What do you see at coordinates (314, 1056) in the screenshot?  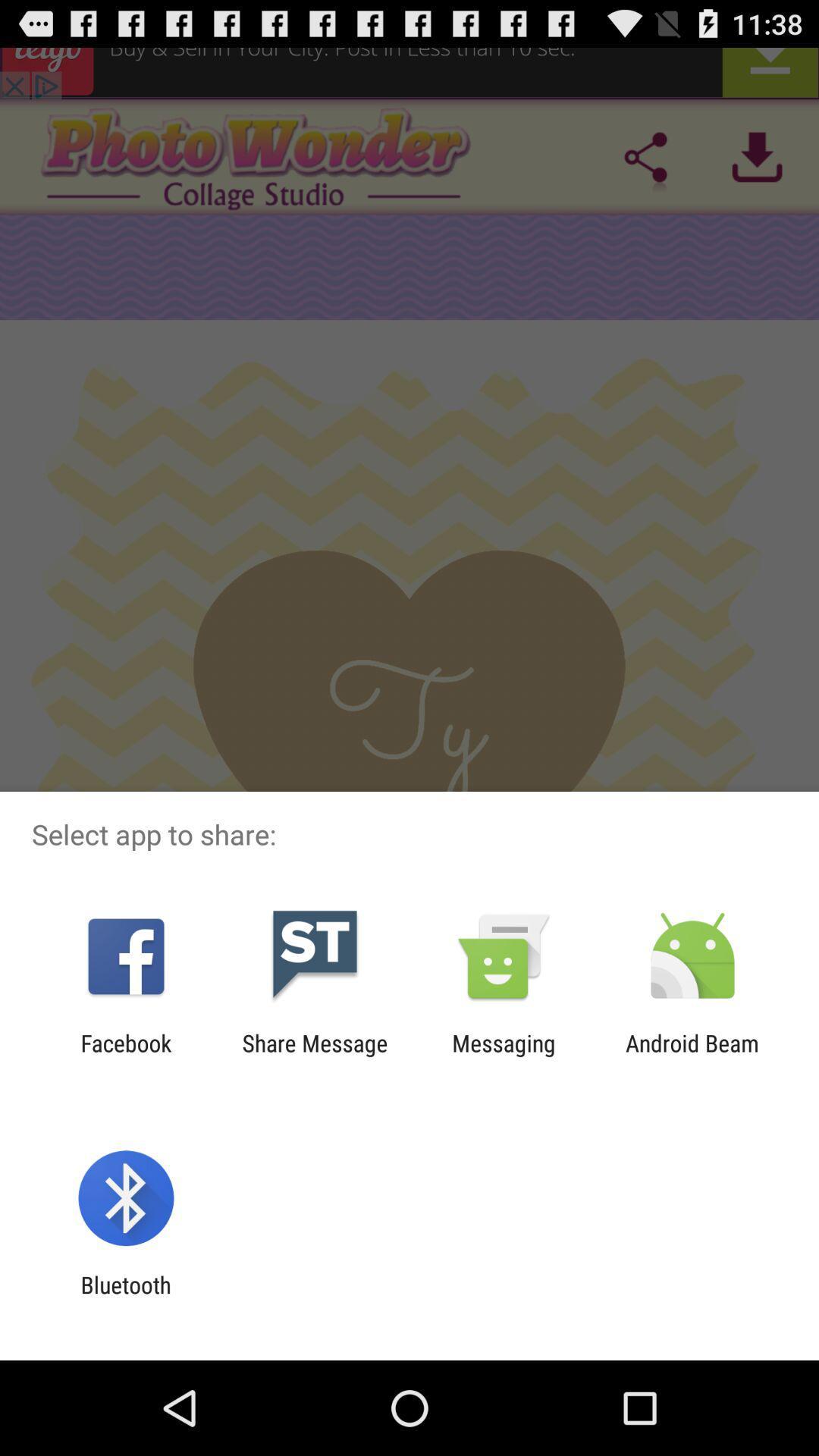 I see `the share message app` at bounding box center [314, 1056].